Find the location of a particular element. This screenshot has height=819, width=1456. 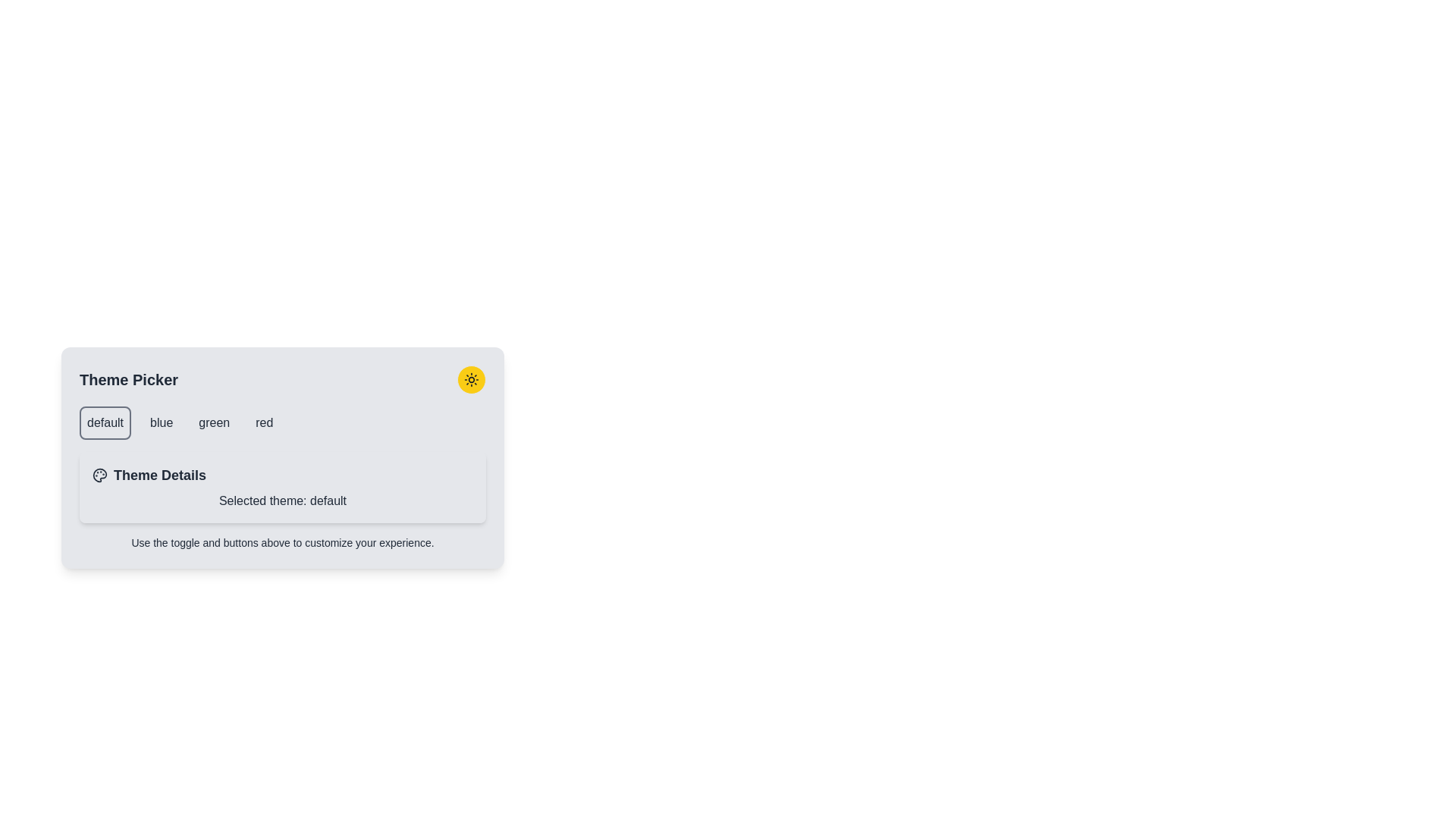

the 'red' button in the Theme Picker is located at coordinates (264, 423).